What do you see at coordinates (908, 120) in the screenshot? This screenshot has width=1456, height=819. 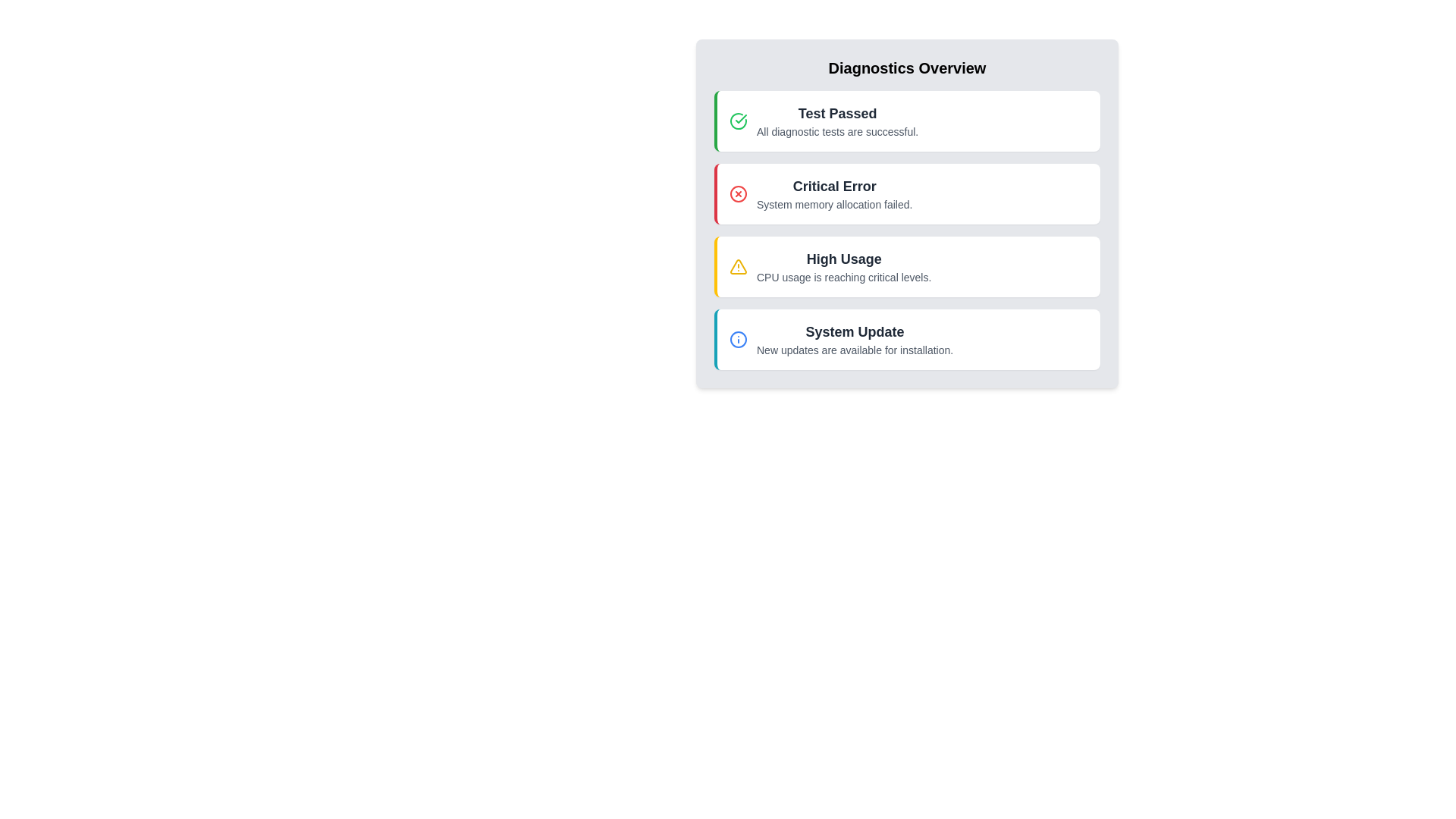 I see `text of the Notification banner which has a green left border, bold header 'Test Passed', and subtext 'All diagnostic tests are successful.'` at bounding box center [908, 120].